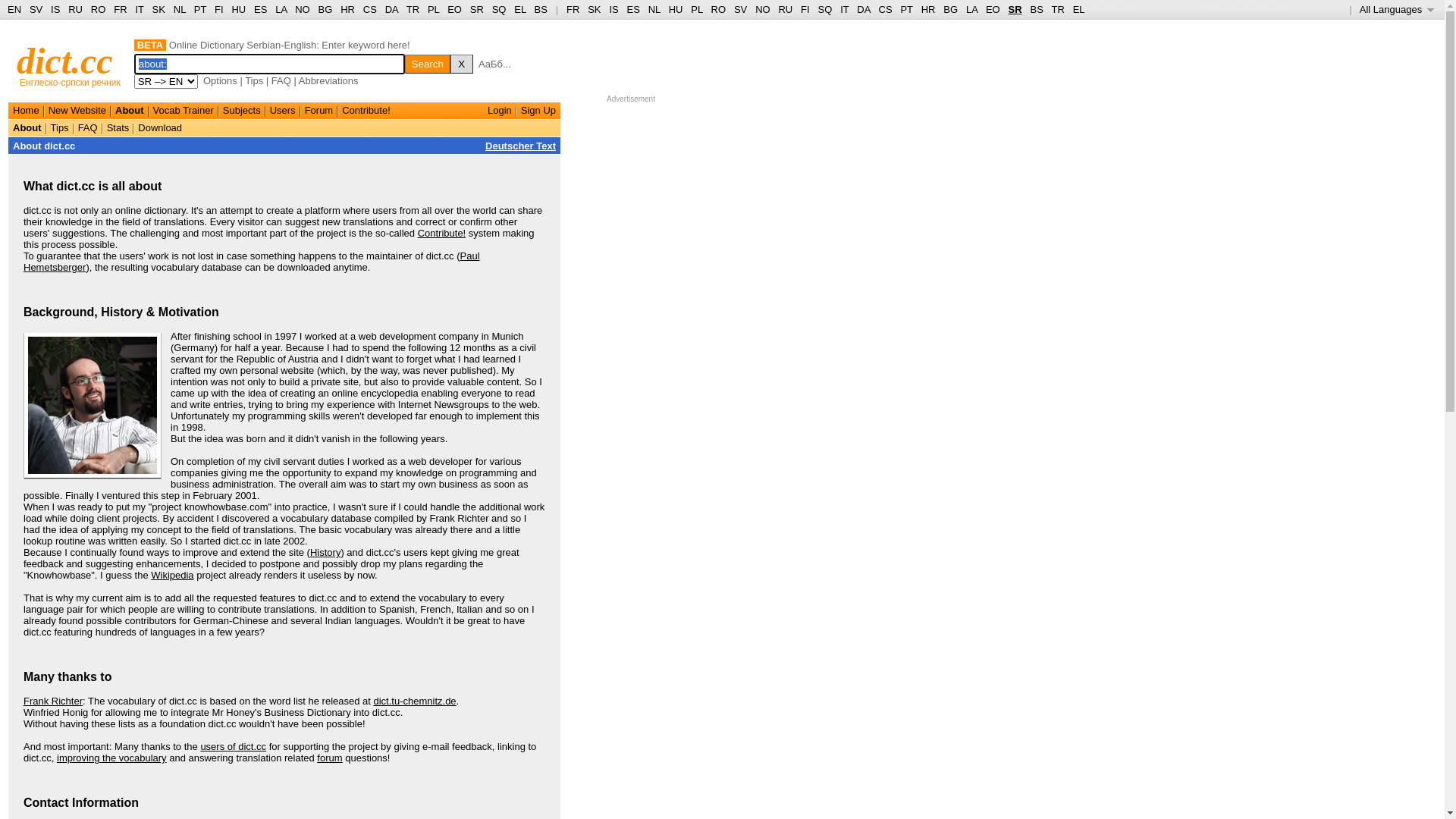  What do you see at coordinates (283, 109) in the screenshot?
I see `'Users'` at bounding box center [283, 109].